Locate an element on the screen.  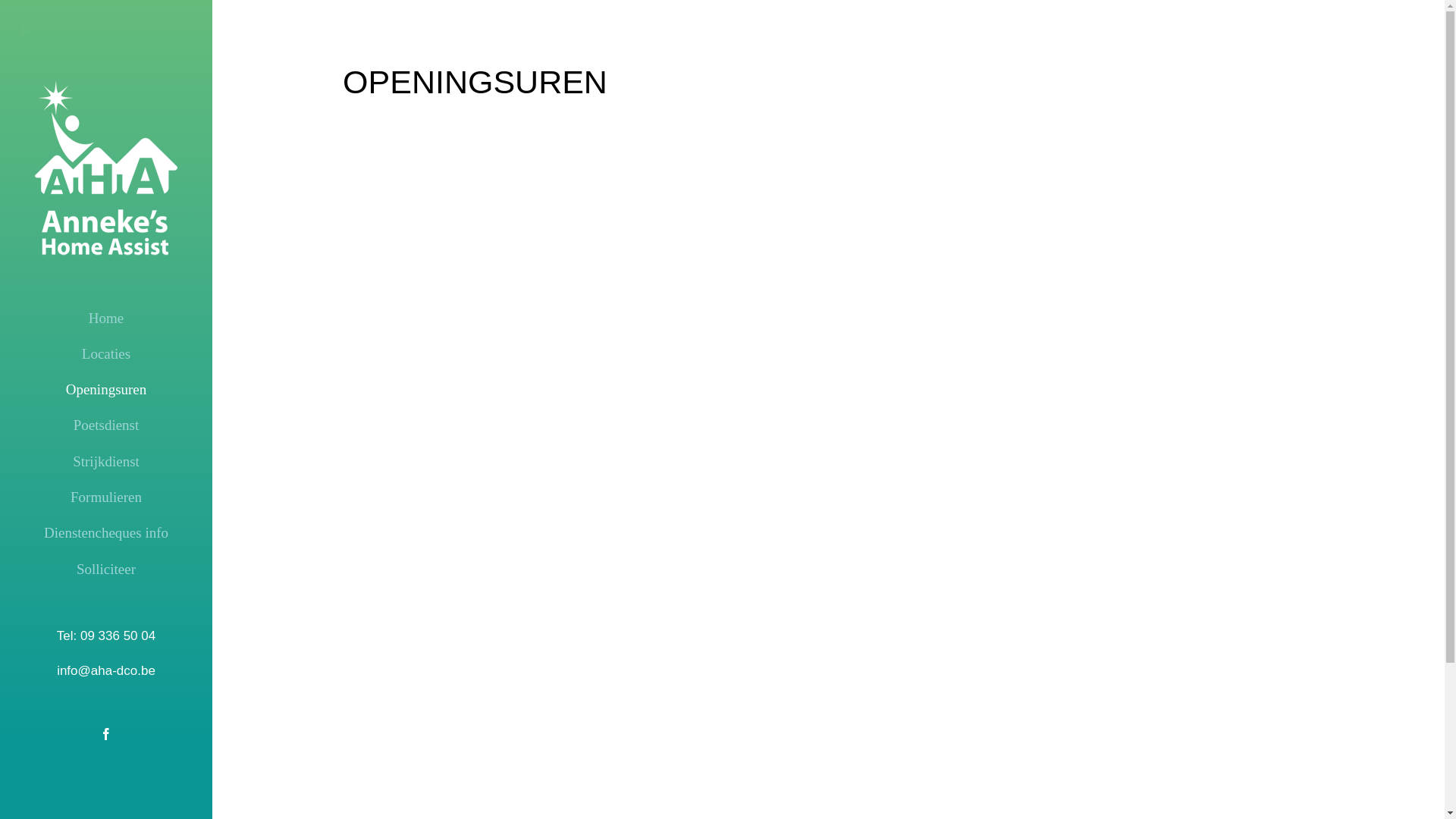
'Strijkdienst' is located at coordinates (105, 461).